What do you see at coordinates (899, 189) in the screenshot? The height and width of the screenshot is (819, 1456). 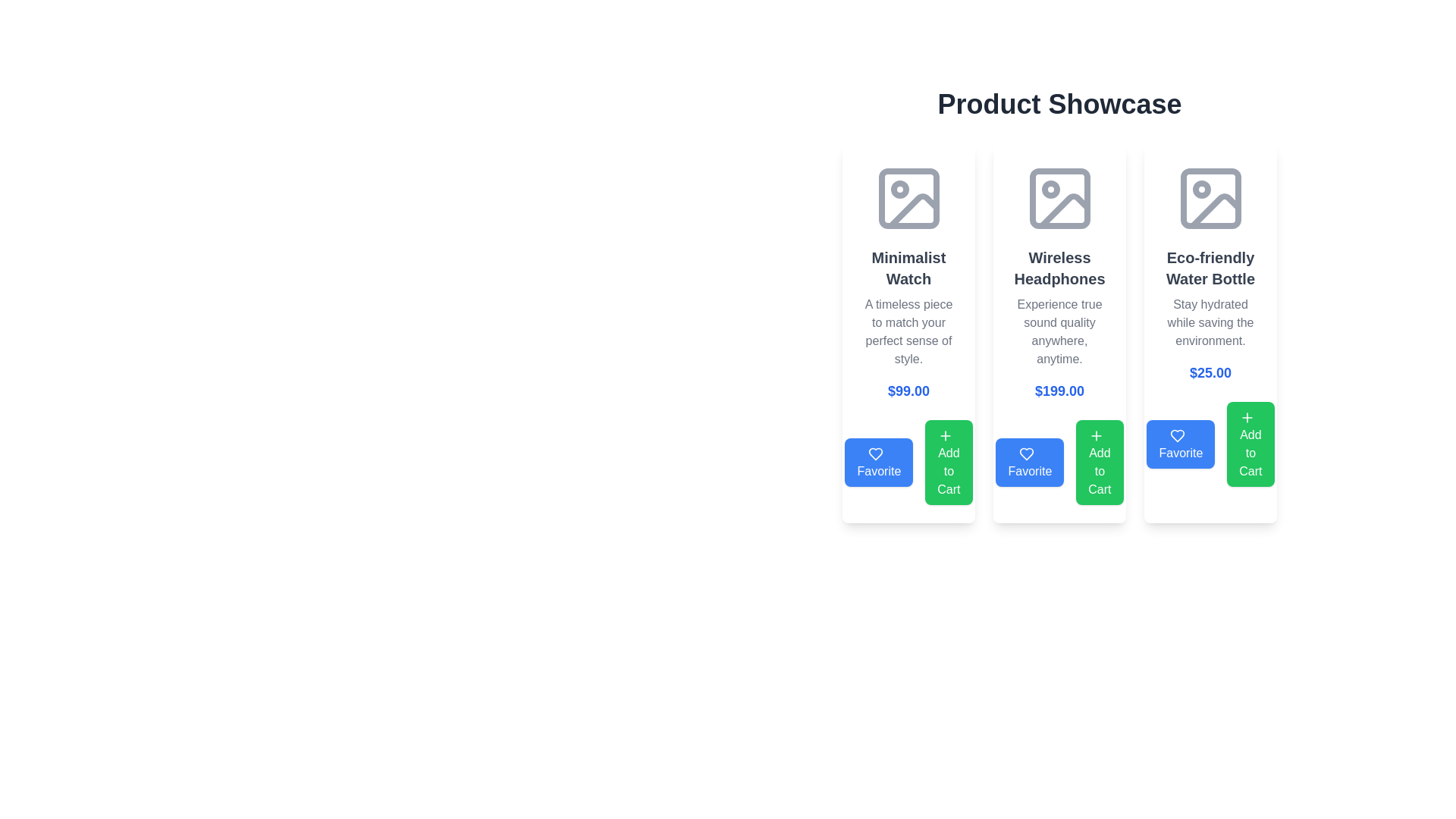 I see `the marker element located in the top-left section of the image placeholder within the 'Minimalist Watch' card` at bounding box center [899, 189].